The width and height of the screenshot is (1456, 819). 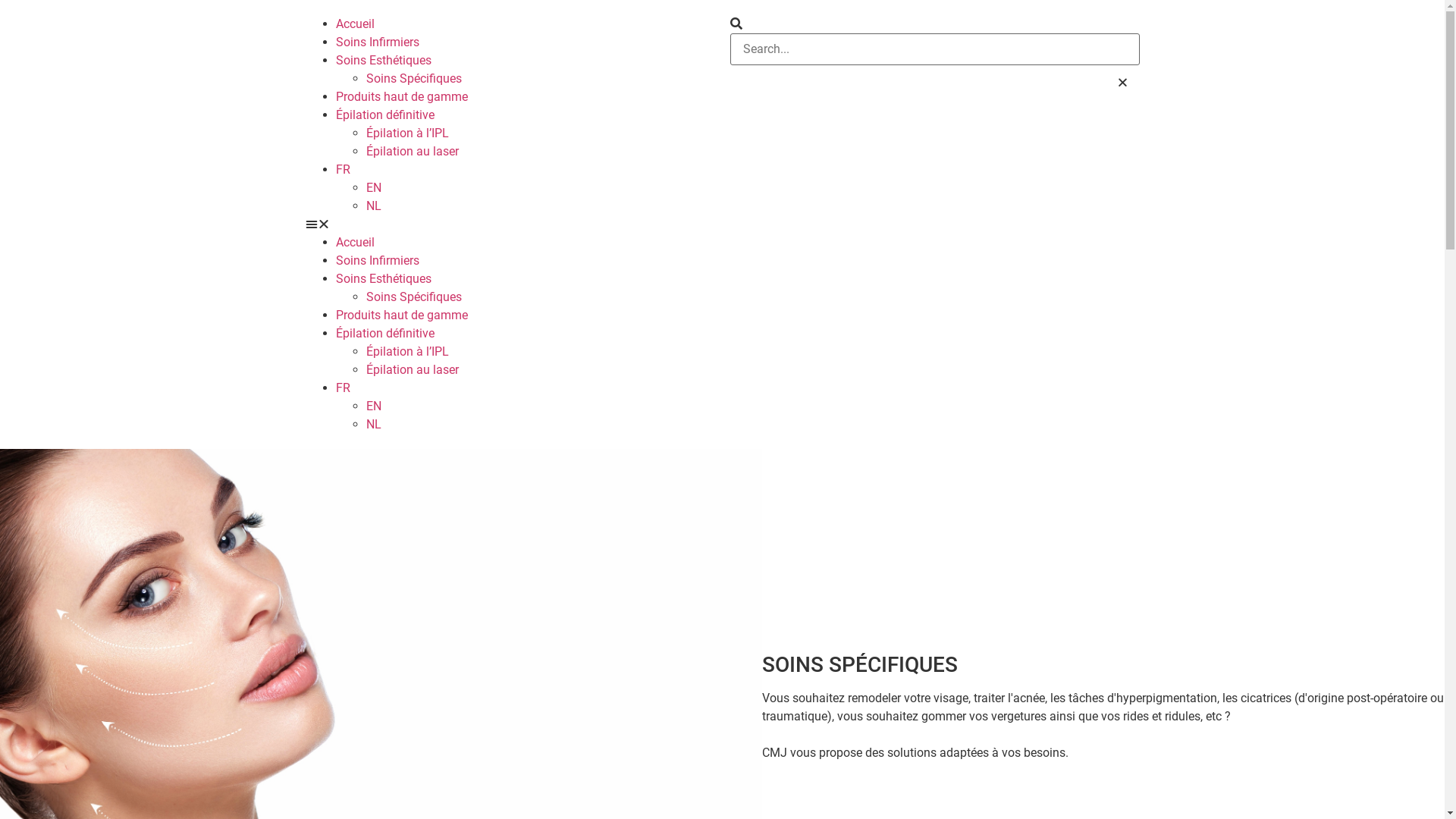 What do you see at coordinates (334, 387) in the screenshot?
I see `'FR'` at bounding box center [334, 387].